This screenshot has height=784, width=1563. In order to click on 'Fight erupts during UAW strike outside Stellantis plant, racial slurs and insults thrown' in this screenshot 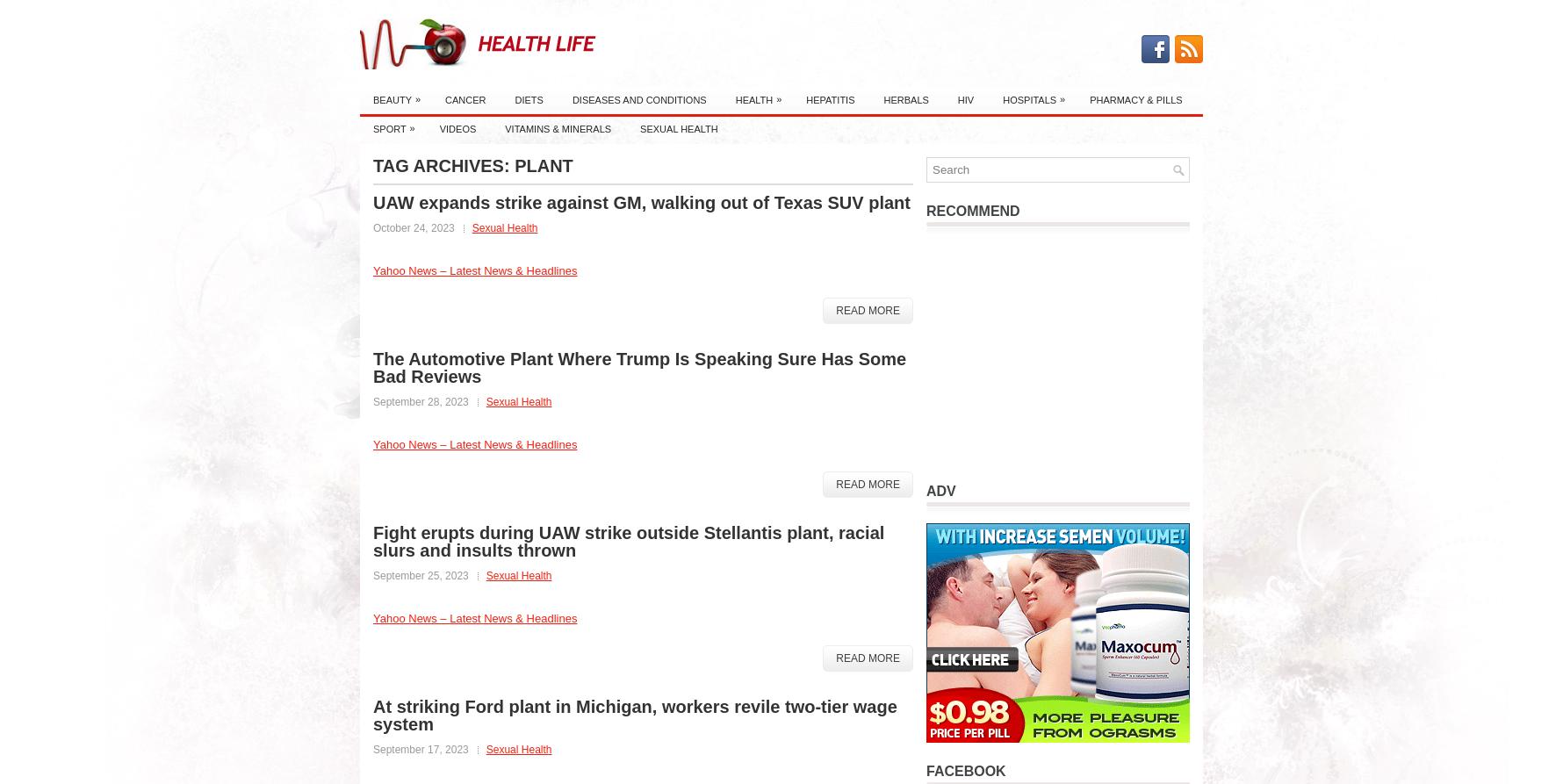, I will do `click(372, 541)`.